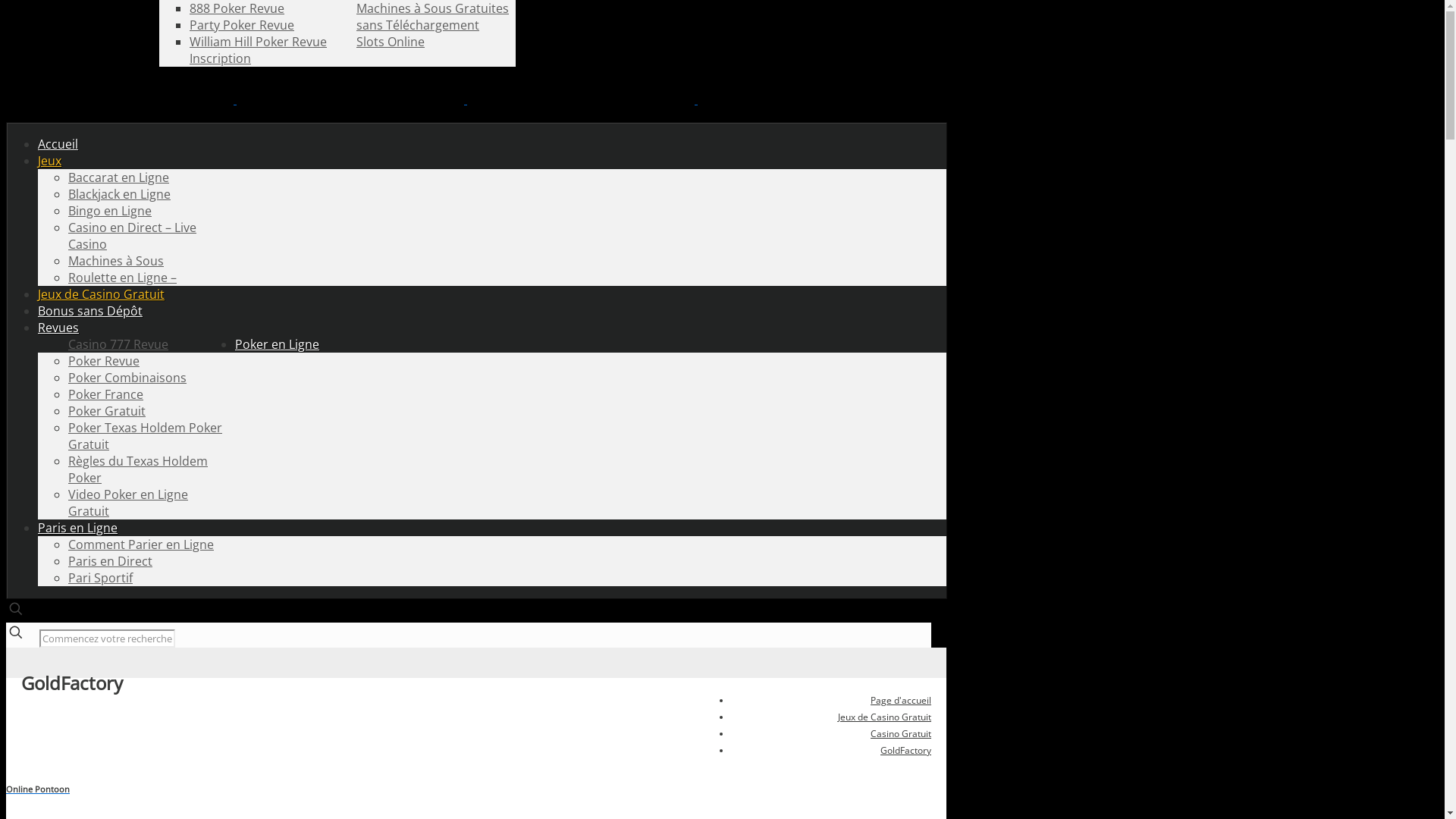 This screenshot has width=1456, height=819. I want to click on 'Poker Texas Holdem Poker Gratuit', so click(145, 435).